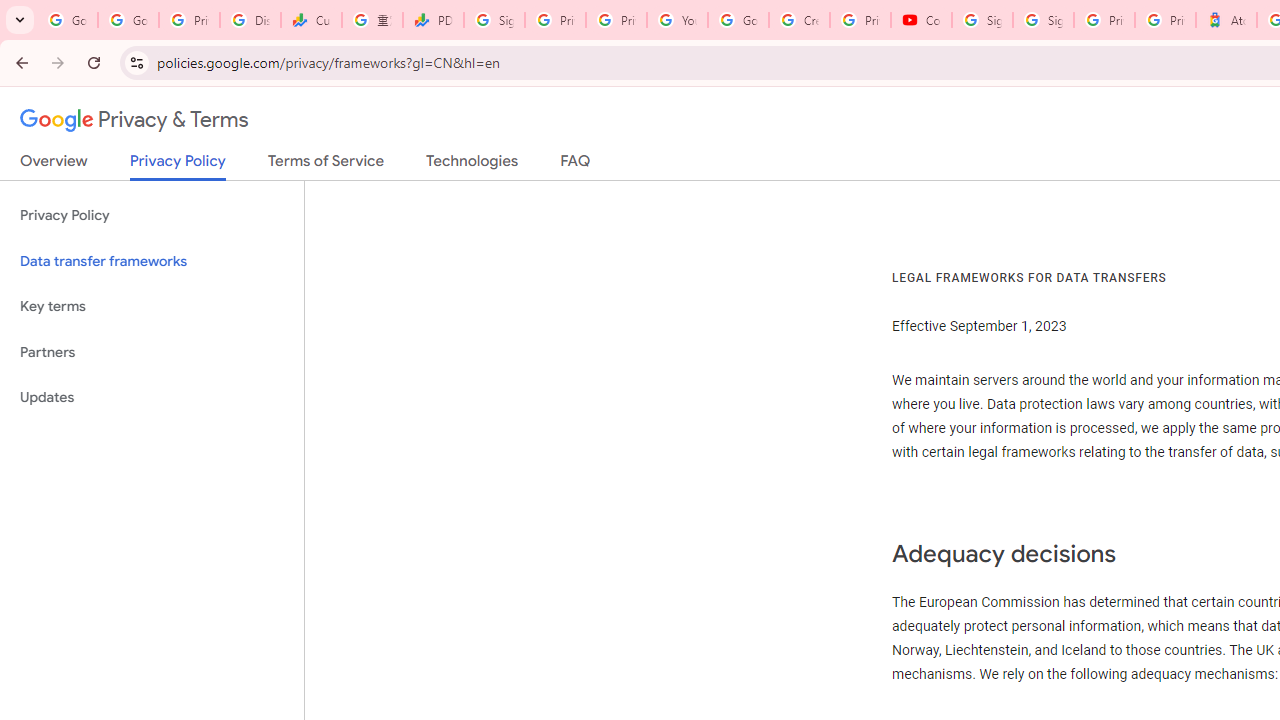  Describe the element at coordinates (310, 20) in the screenshot. I see `'Currencies - Google Finance'` at that location.